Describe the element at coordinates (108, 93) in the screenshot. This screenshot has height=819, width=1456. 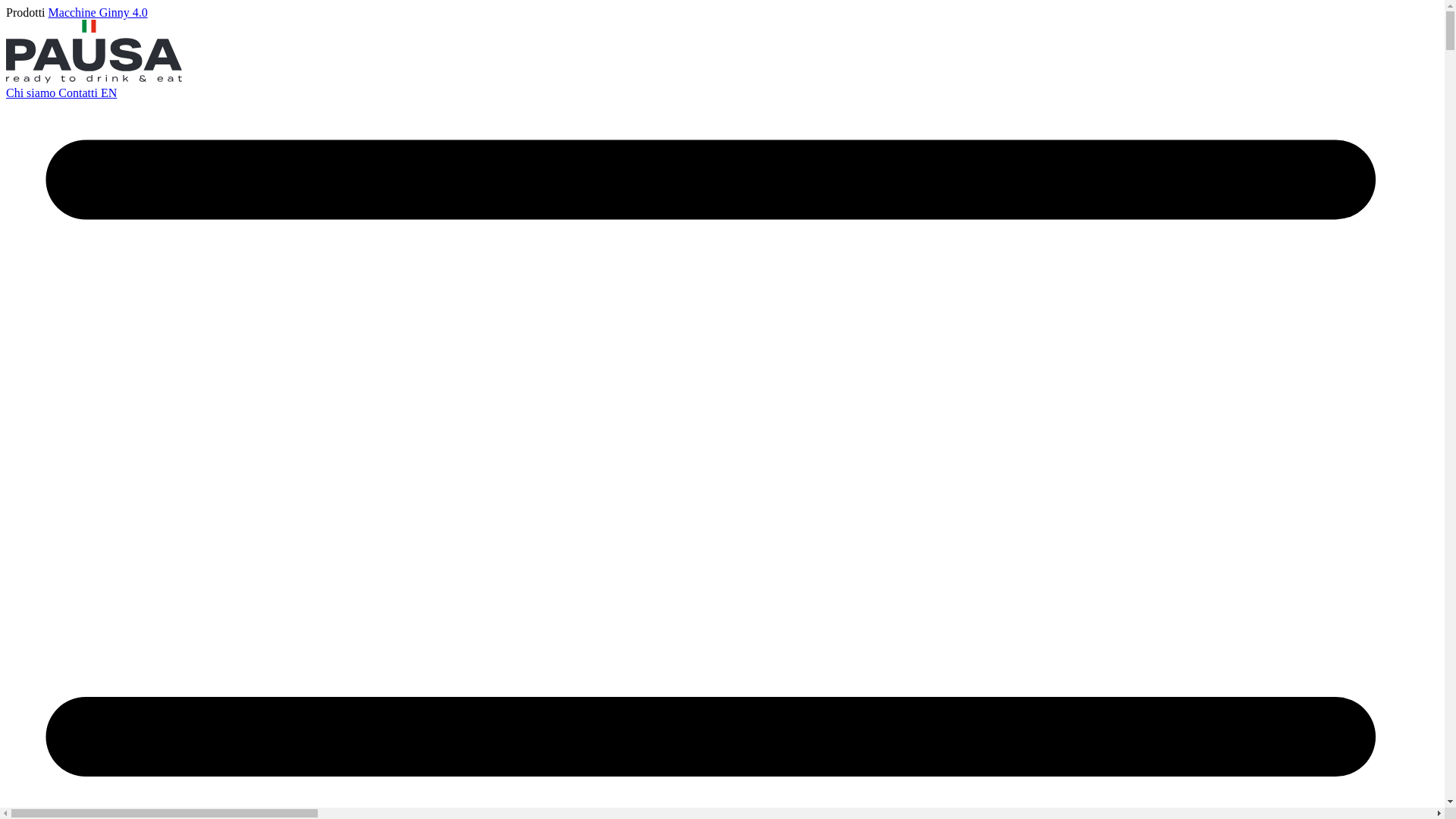
I see `'EN'` at that location.